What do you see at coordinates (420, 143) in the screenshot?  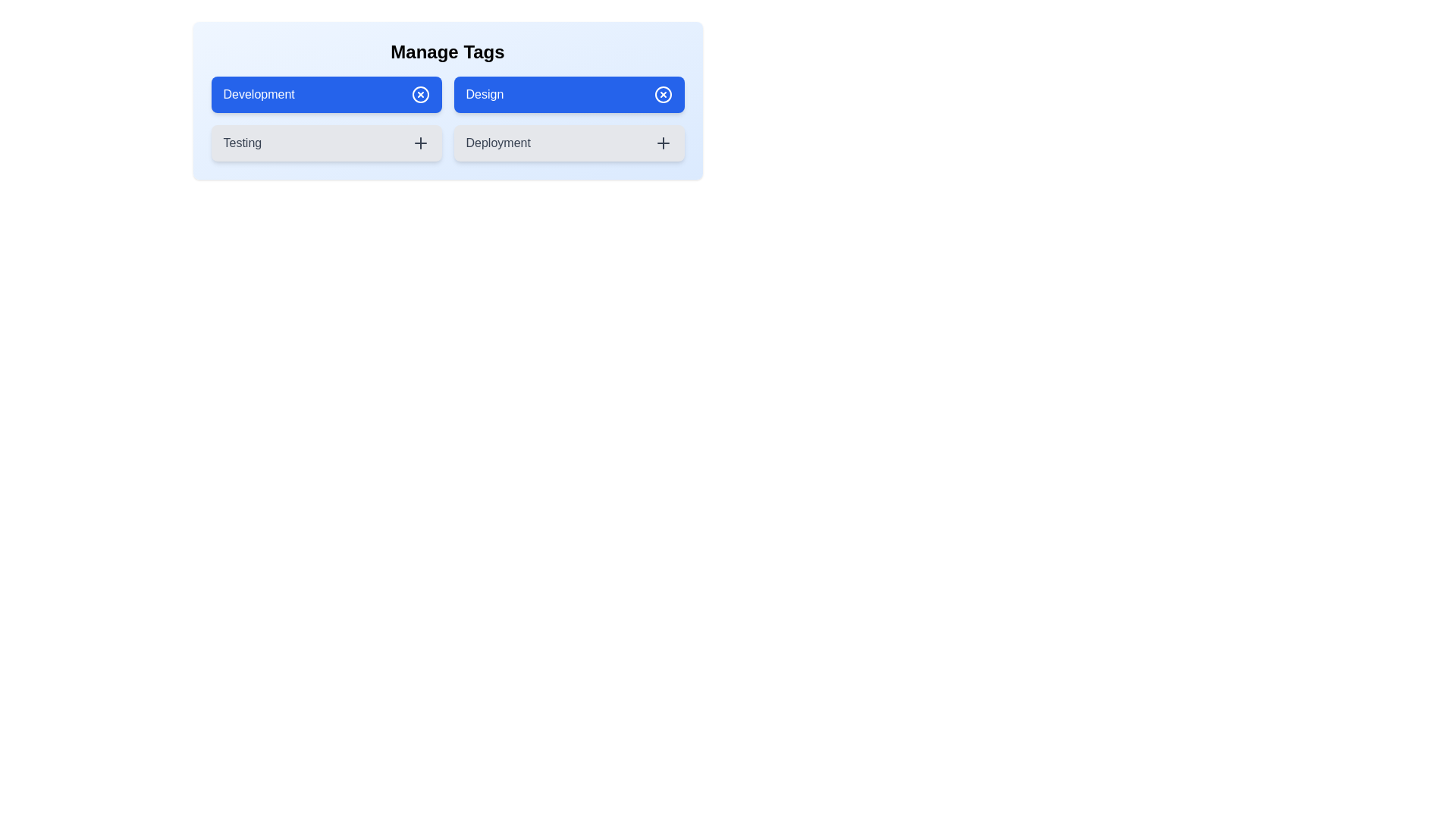 I see `the add icon for the tag Testing to add it` at bounding box center [420, 143].